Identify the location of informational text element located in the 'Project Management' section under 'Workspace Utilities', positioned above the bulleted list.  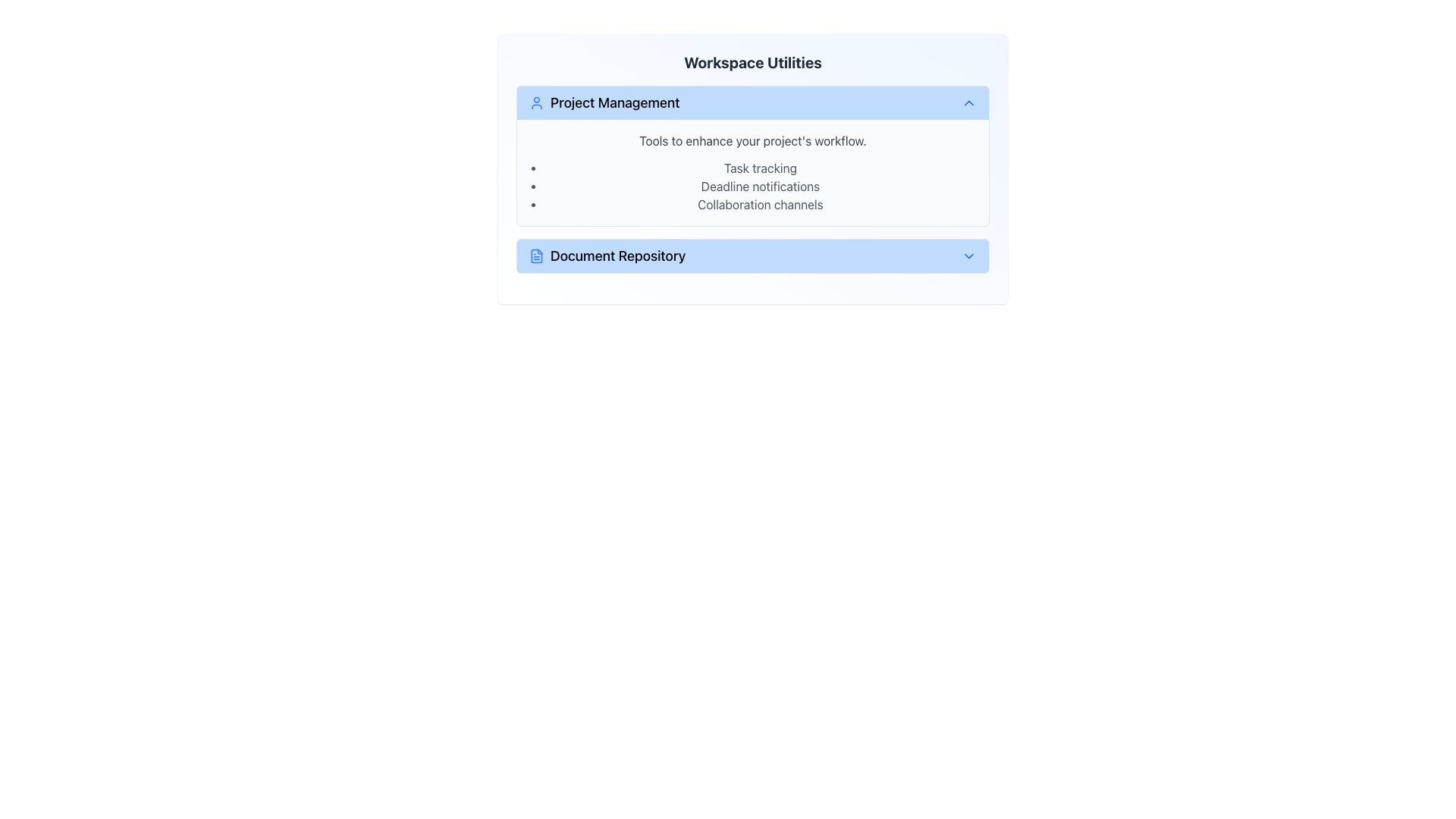
(753, 140).